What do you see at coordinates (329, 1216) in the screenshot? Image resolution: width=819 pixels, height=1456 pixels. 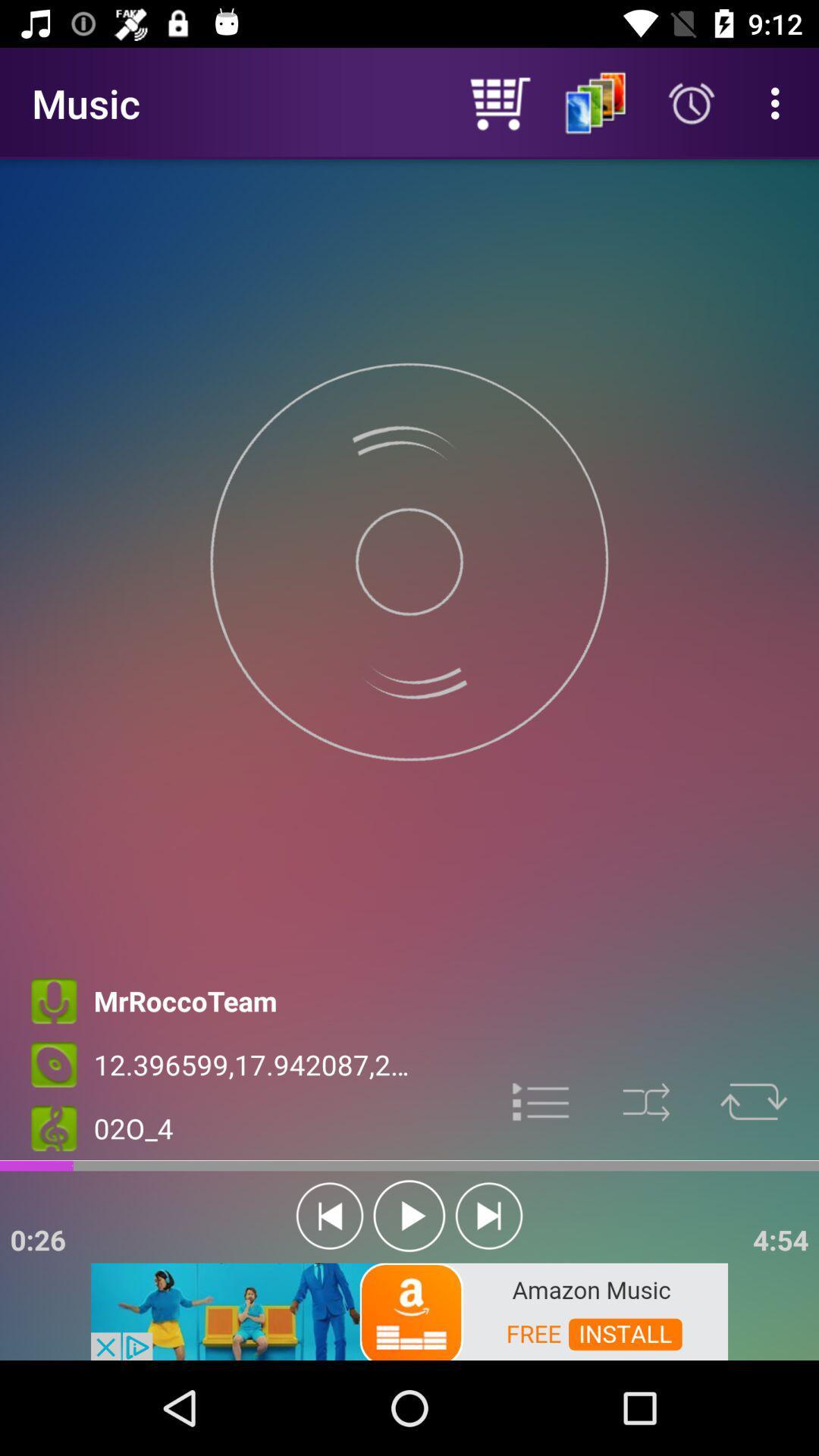 I see `skip to the start` at bounding box center [329, 1216].